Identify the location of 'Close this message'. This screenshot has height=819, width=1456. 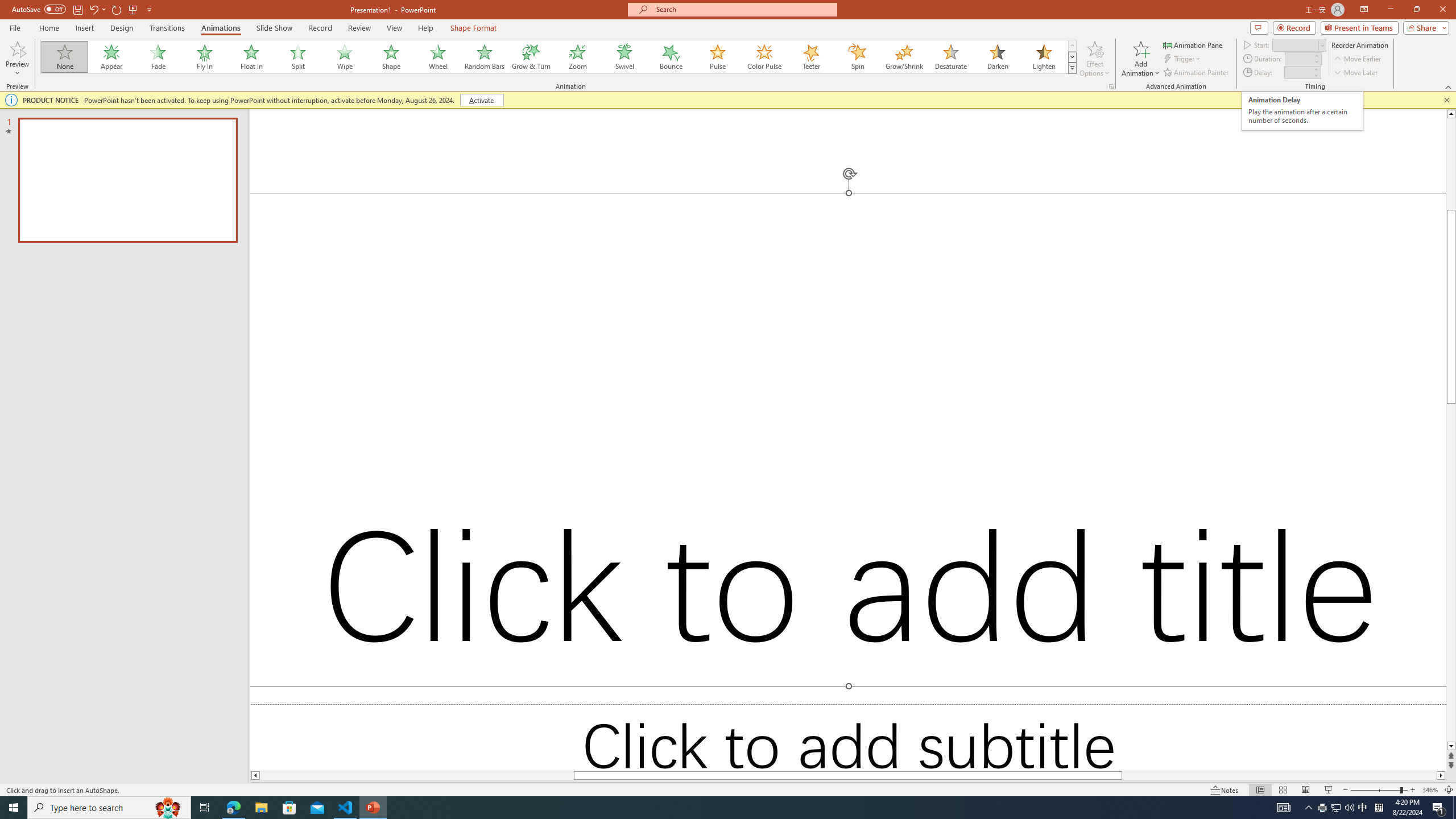
(1446, 100).